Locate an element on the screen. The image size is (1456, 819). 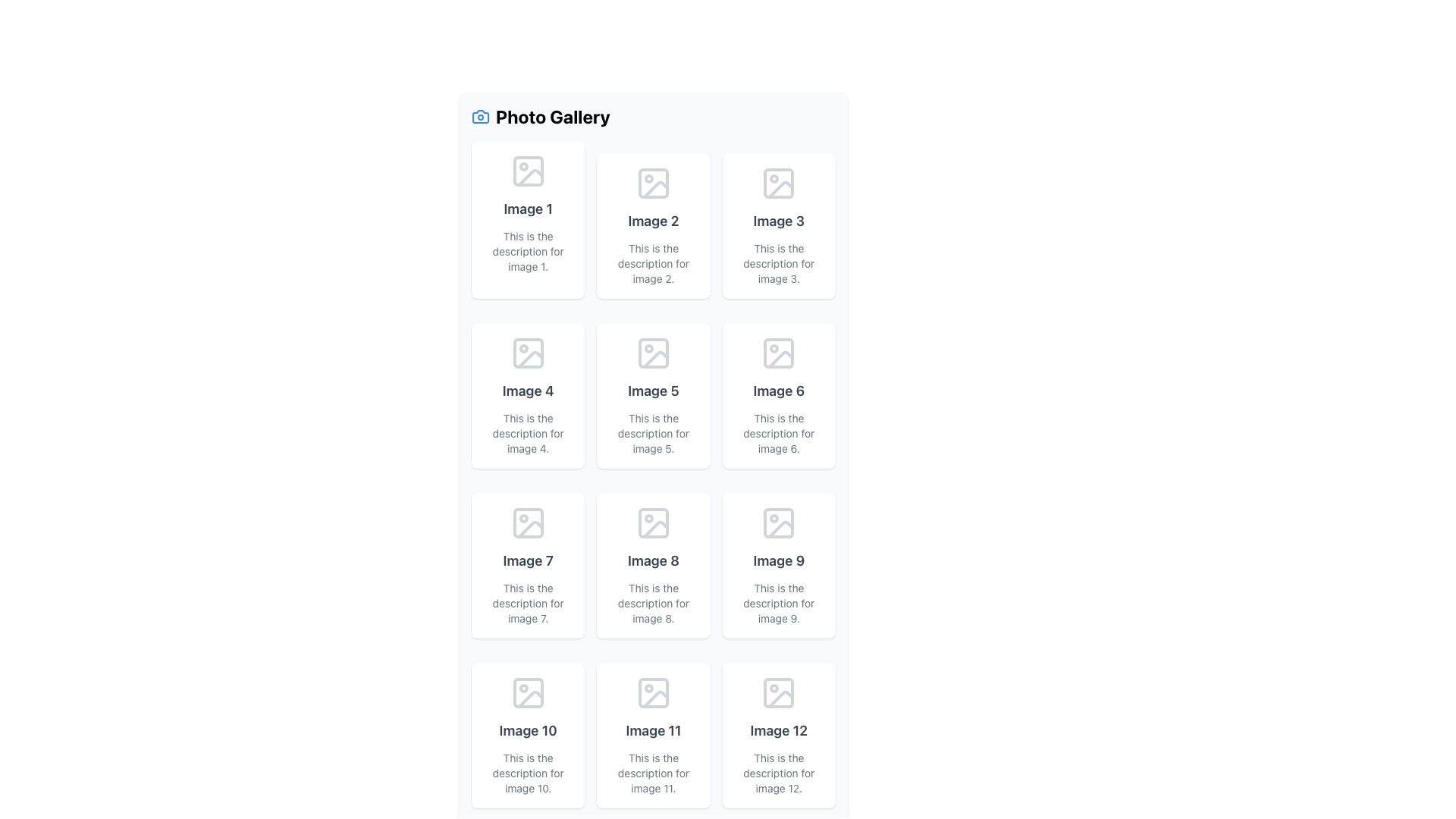
the Gallery Item titled 'Image 4', which is the first item in the second row of the grid is located at coordinates (528, 394).